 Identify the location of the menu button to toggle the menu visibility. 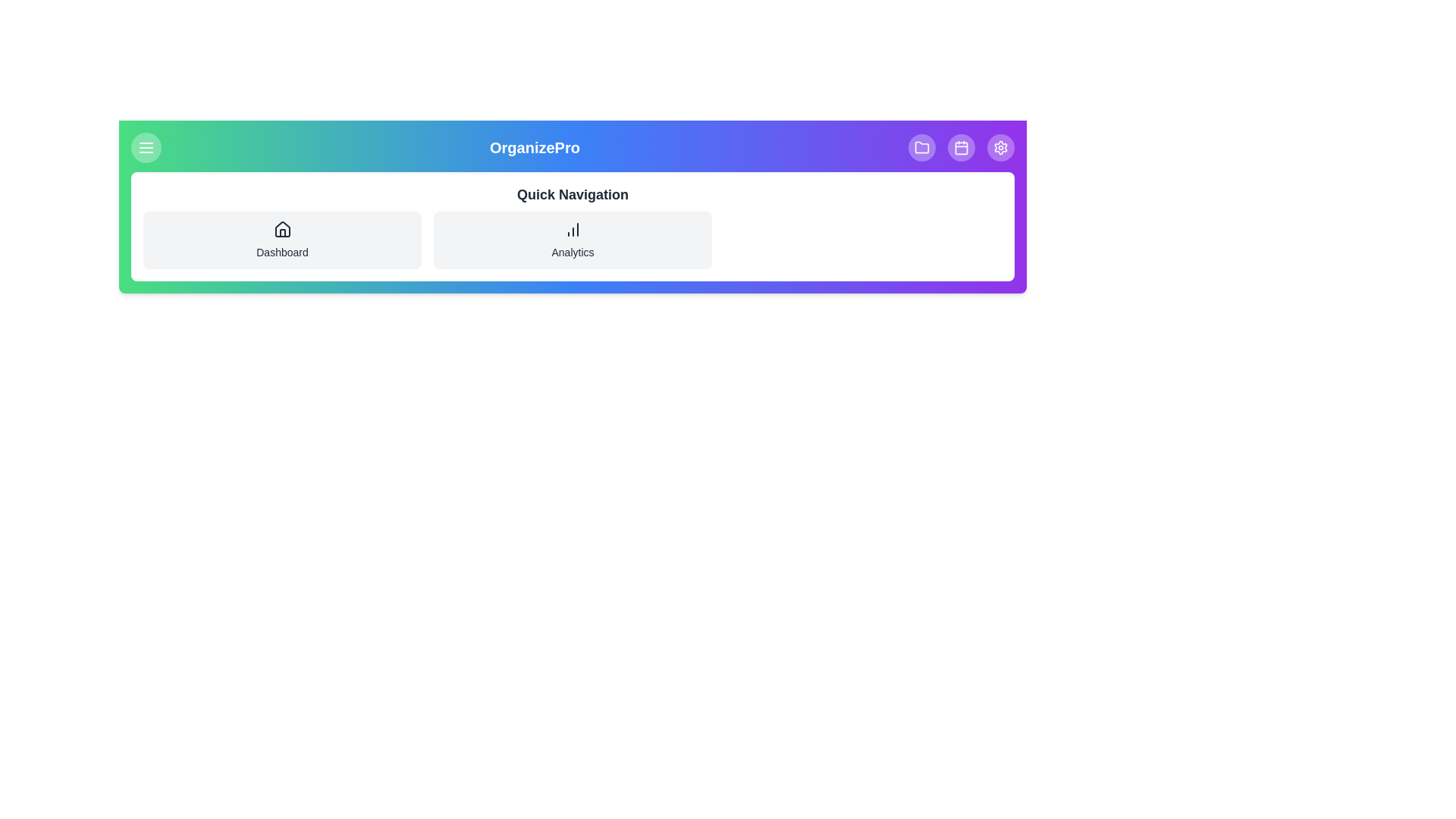
(146, 148).